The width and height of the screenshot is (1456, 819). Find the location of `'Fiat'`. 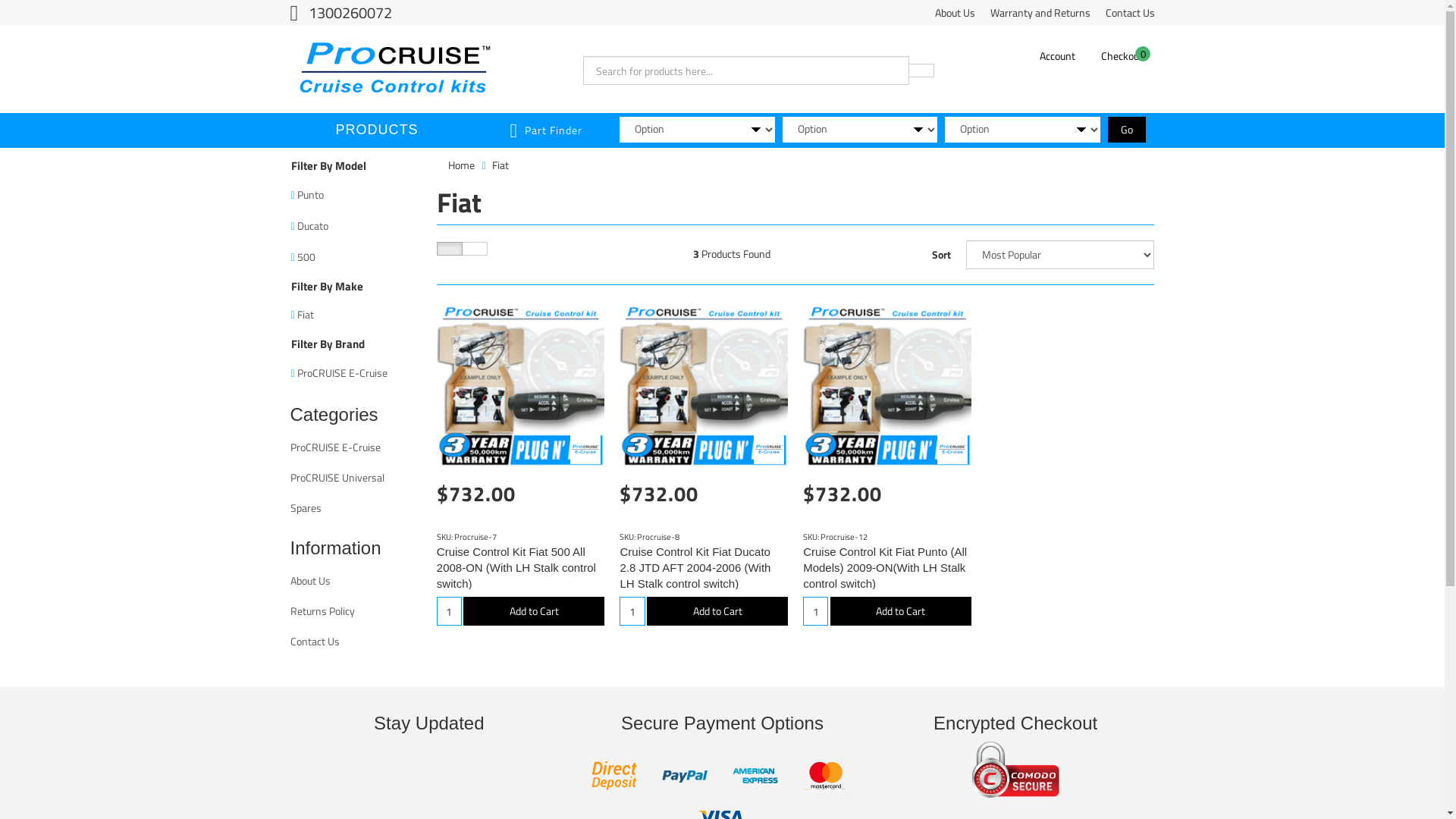

'Fiat' is located at coordinates (291, 314).